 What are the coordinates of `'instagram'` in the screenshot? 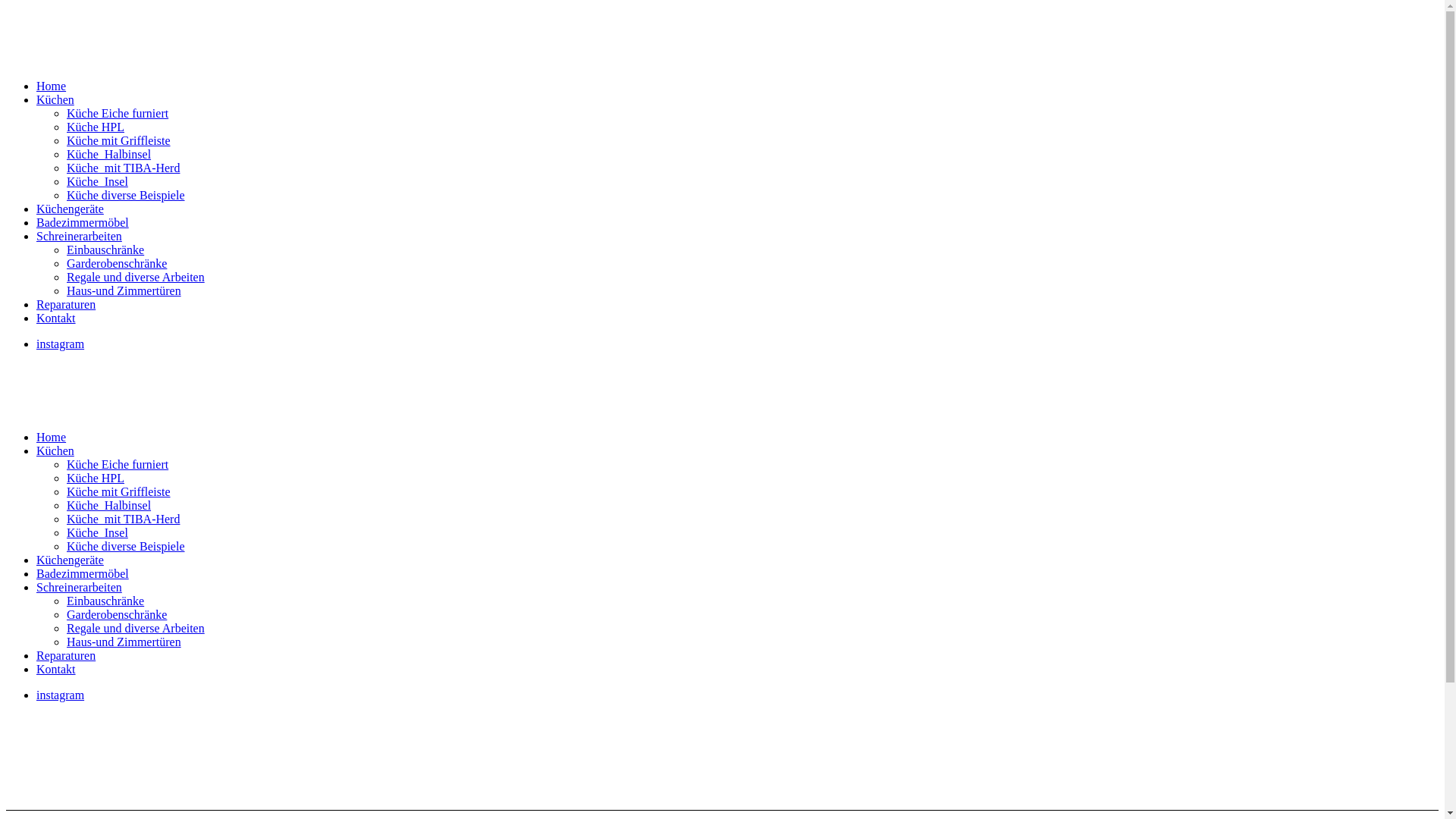 It's located at (60, 695).